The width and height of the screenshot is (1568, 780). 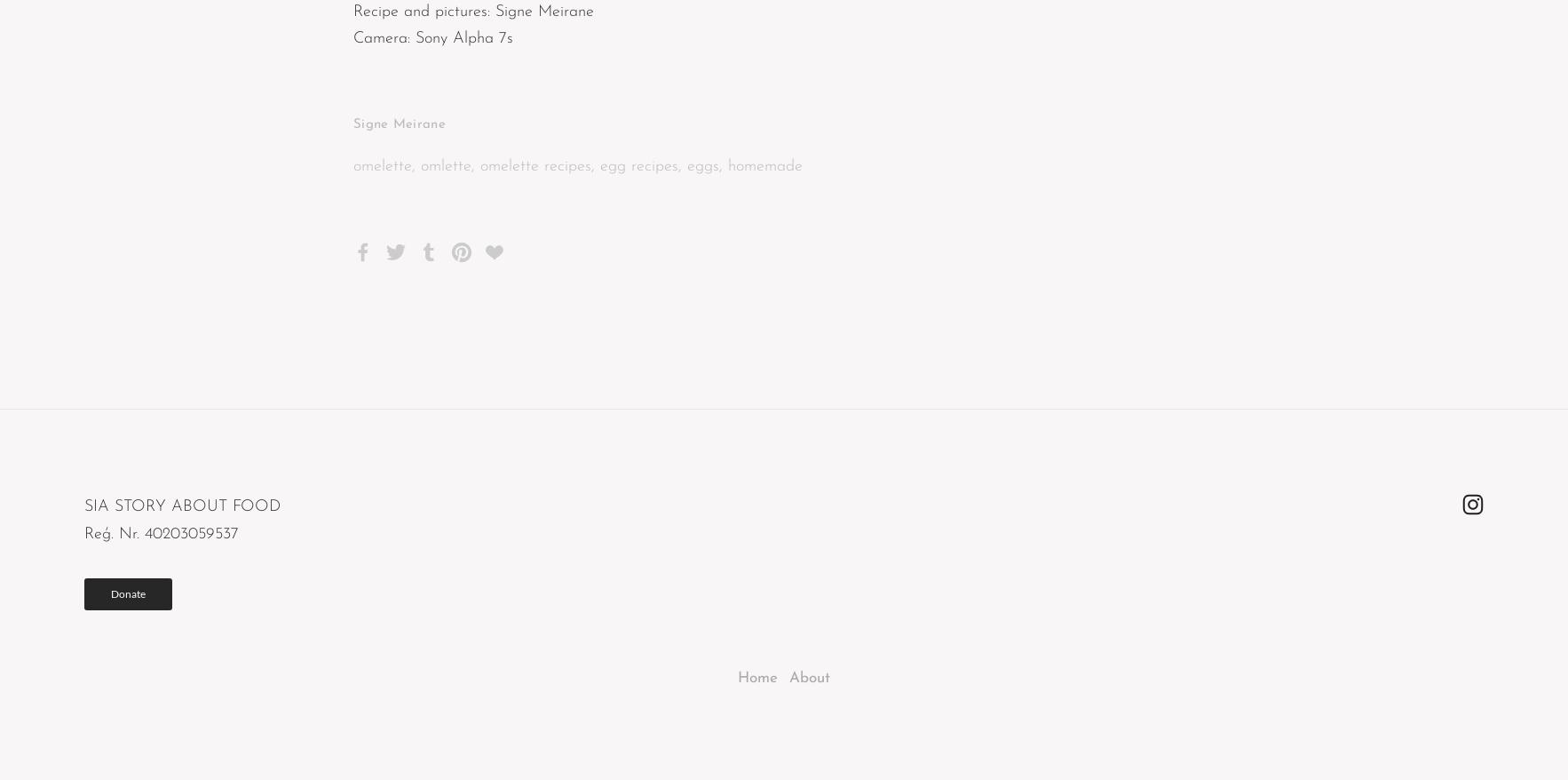 What do you see at coordinates (399, 124) in the screenshot?
I see `'Signe Meirane'` at bounding box center [399, 124].